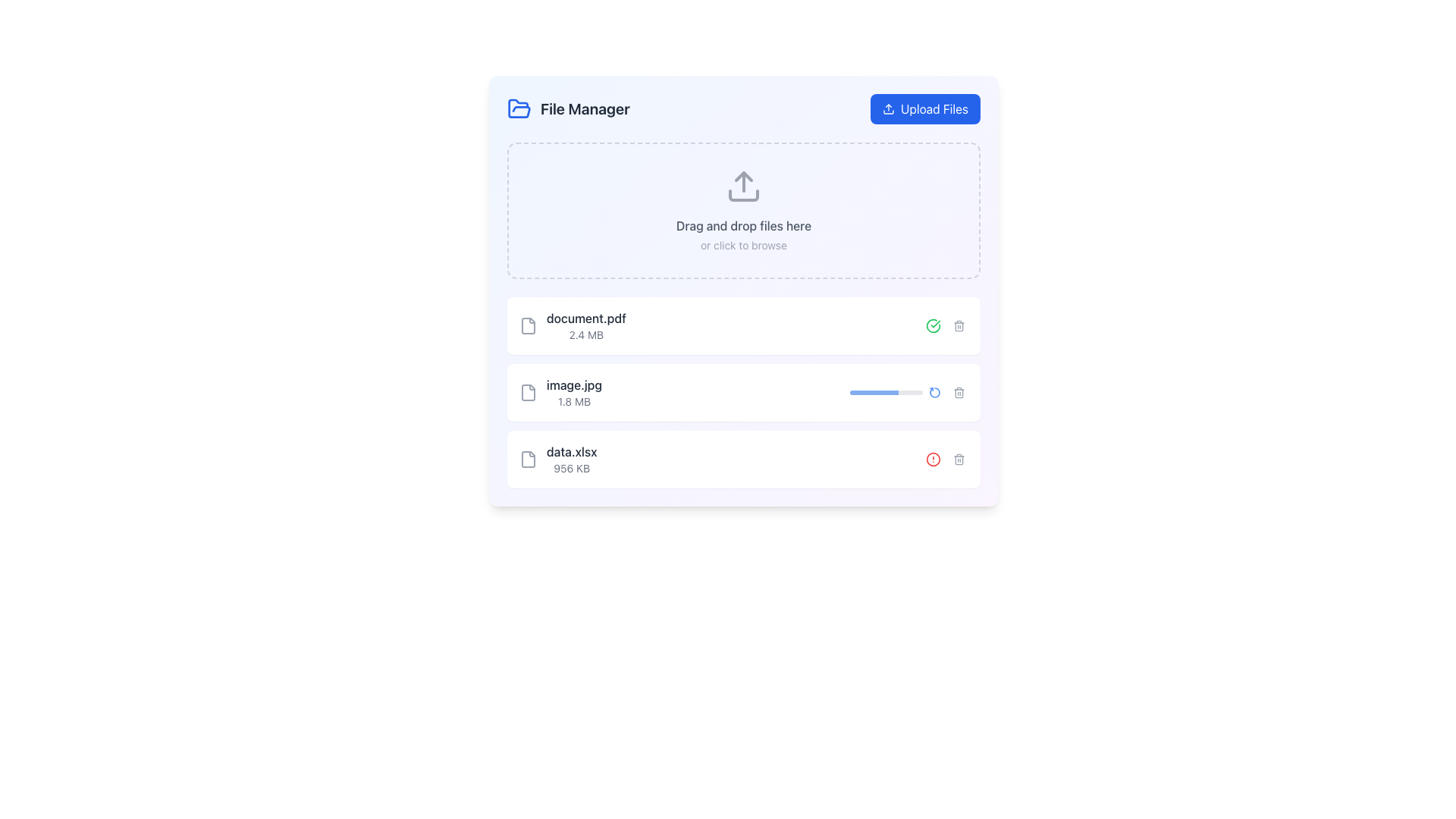  I want to click on the file entry for 'data.xlsx' in the File Manager, so click(743, 458).